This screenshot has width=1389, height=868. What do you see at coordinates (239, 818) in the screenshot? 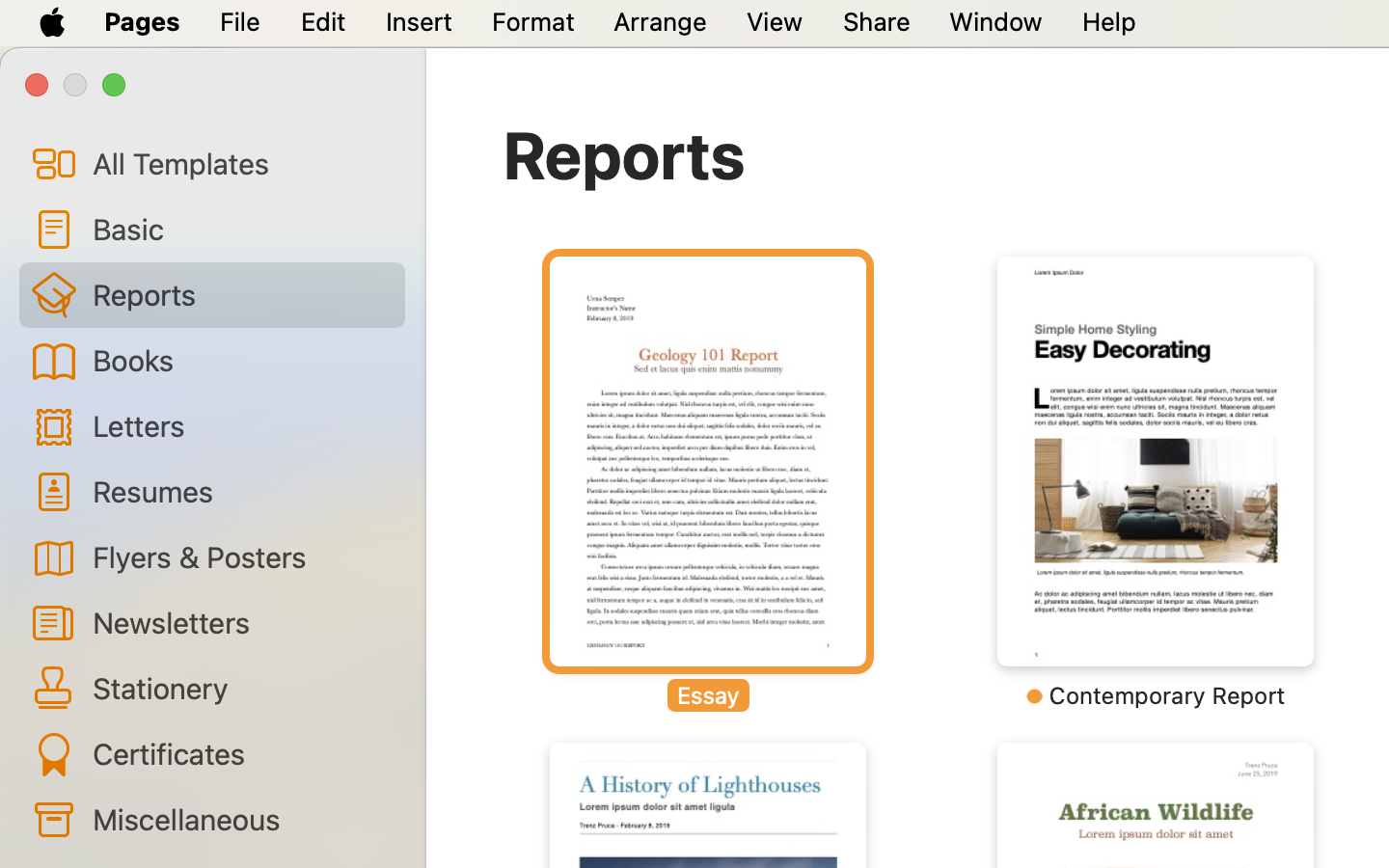
I see `'Miscellaneous'` at bounding box center [239, 818].